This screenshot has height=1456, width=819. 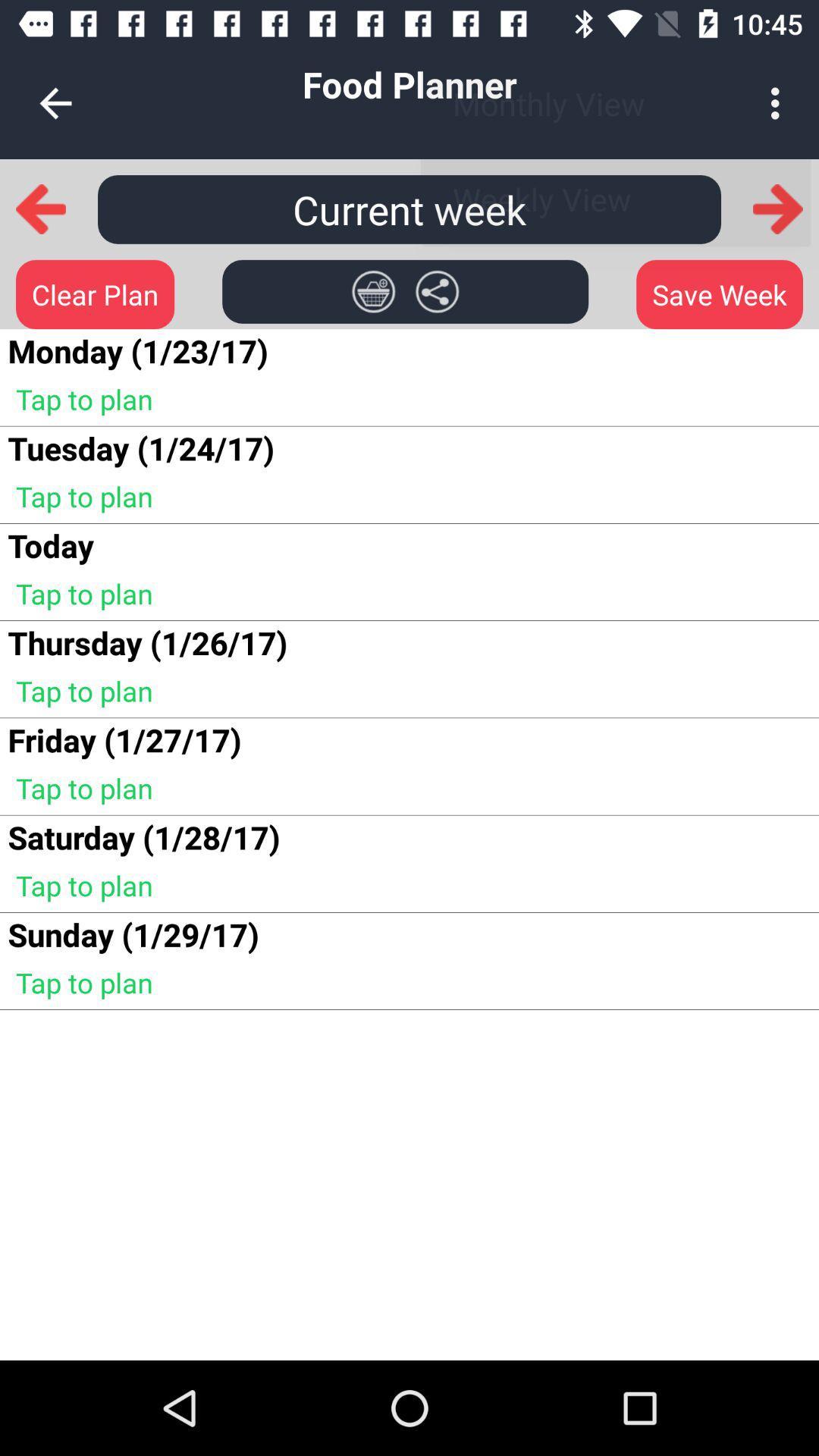 What do you see at coordinates (778, 208) in the screenshot?
I see `the next page` at bounding box center [778, 208].